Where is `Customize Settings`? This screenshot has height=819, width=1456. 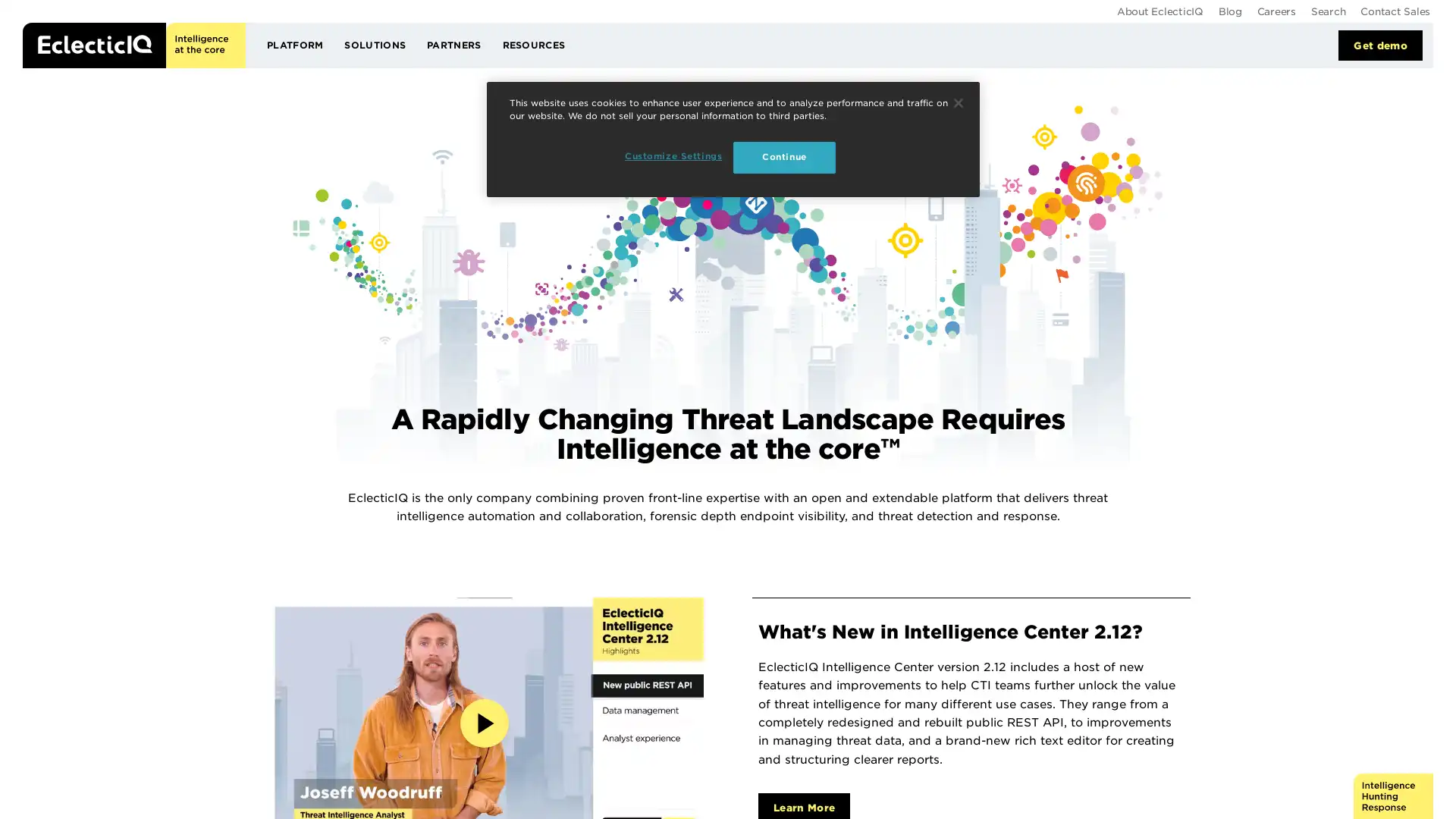 Customize Settings is located at coordinates (672, 157).